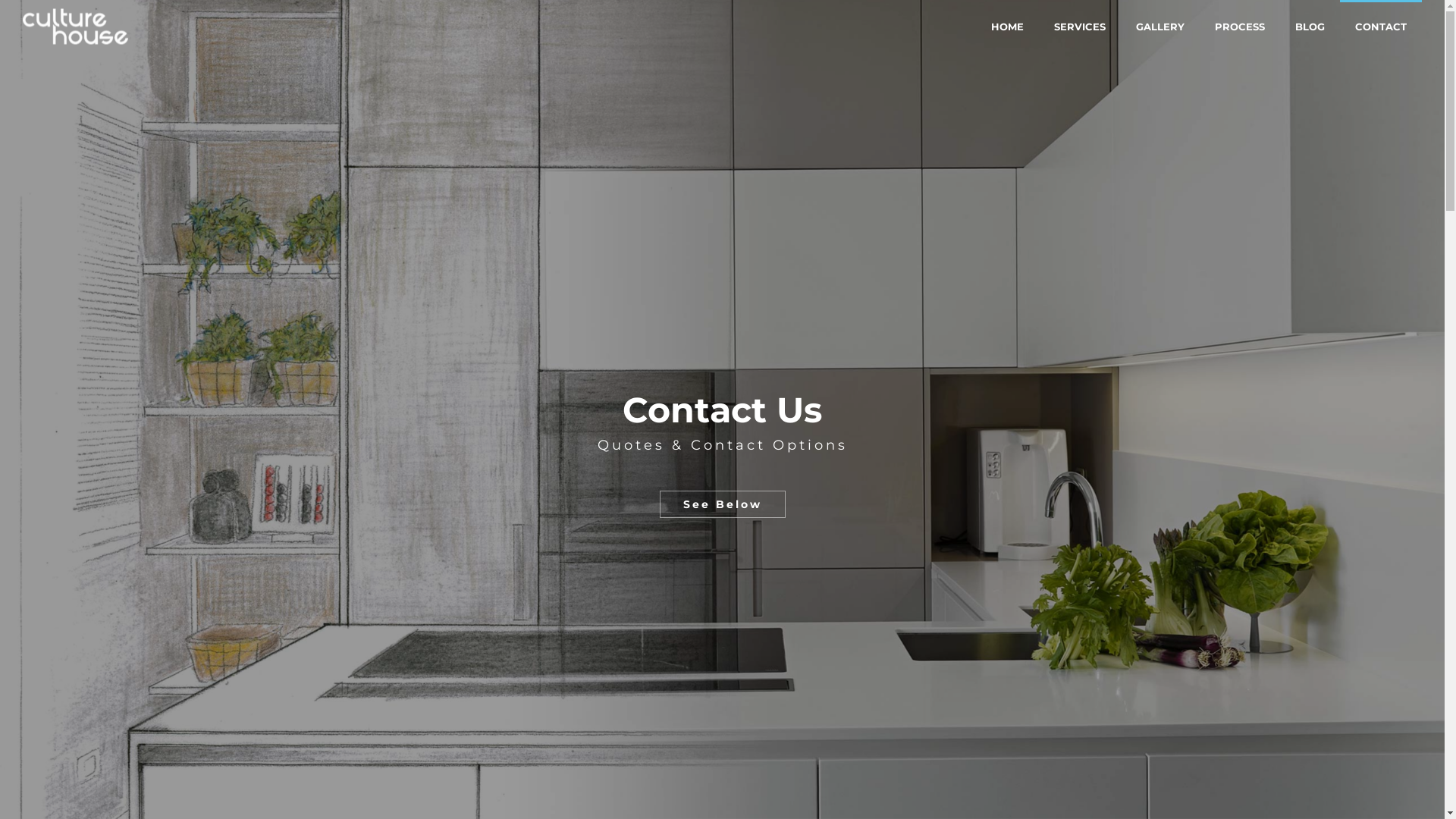 This screenshot has width=1456, height=819. I want to click on 'CONTACT', so click(1339, 26).